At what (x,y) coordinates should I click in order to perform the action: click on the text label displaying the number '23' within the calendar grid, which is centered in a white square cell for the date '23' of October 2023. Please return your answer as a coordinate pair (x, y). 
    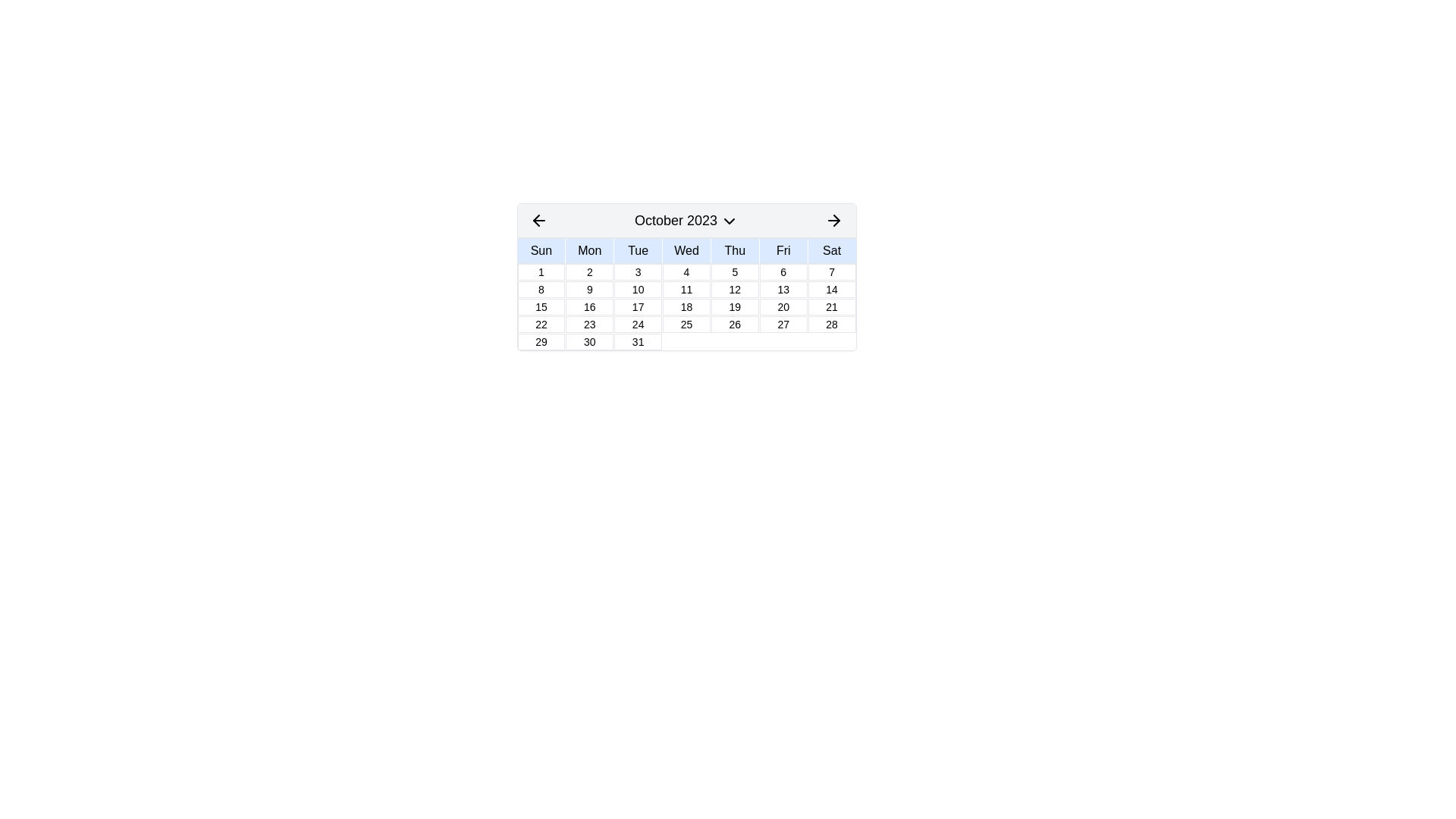
    Looking at the image, I should click on (588, 324).